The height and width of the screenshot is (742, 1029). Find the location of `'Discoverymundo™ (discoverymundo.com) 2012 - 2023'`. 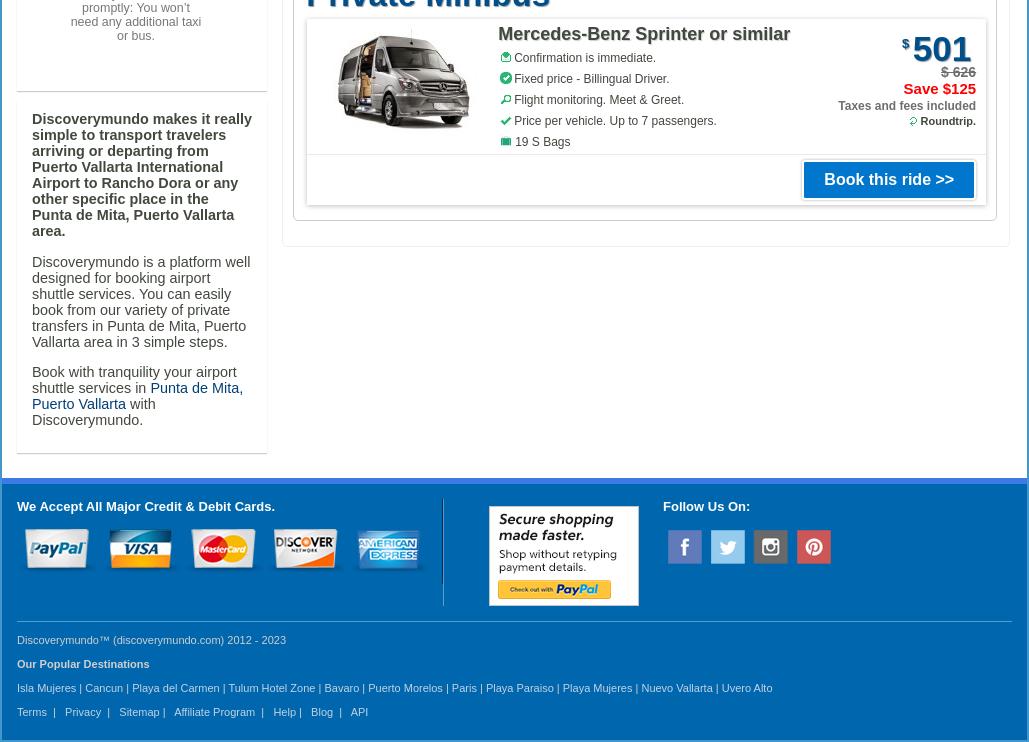

'Discoverymundo™ (discoverymundo.com) 2012 - 2023' is located at coordinates (151, 638).